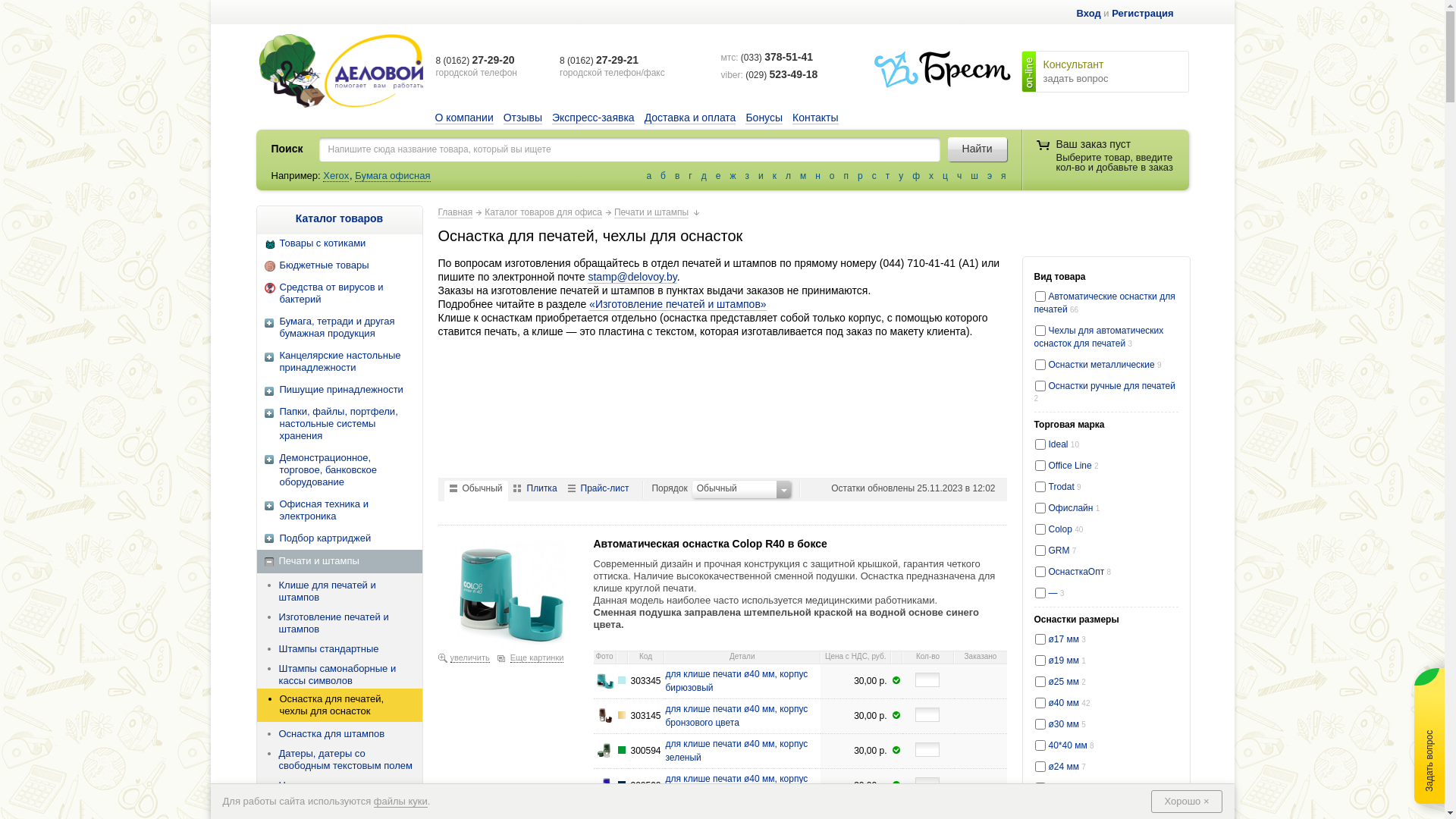 This screenshot has width=1456, height=819. Describe the element at coordinates (435, 58) in the screenshot. I see `'8 (0162) 27-29-20'` at that location.